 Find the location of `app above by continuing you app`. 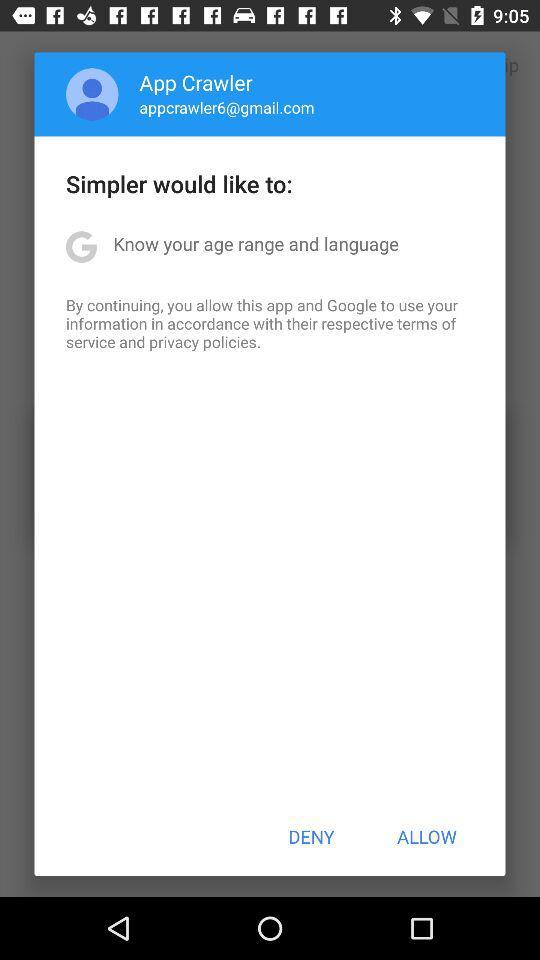

app above by continuing you app is located at coordinates (256, 242).